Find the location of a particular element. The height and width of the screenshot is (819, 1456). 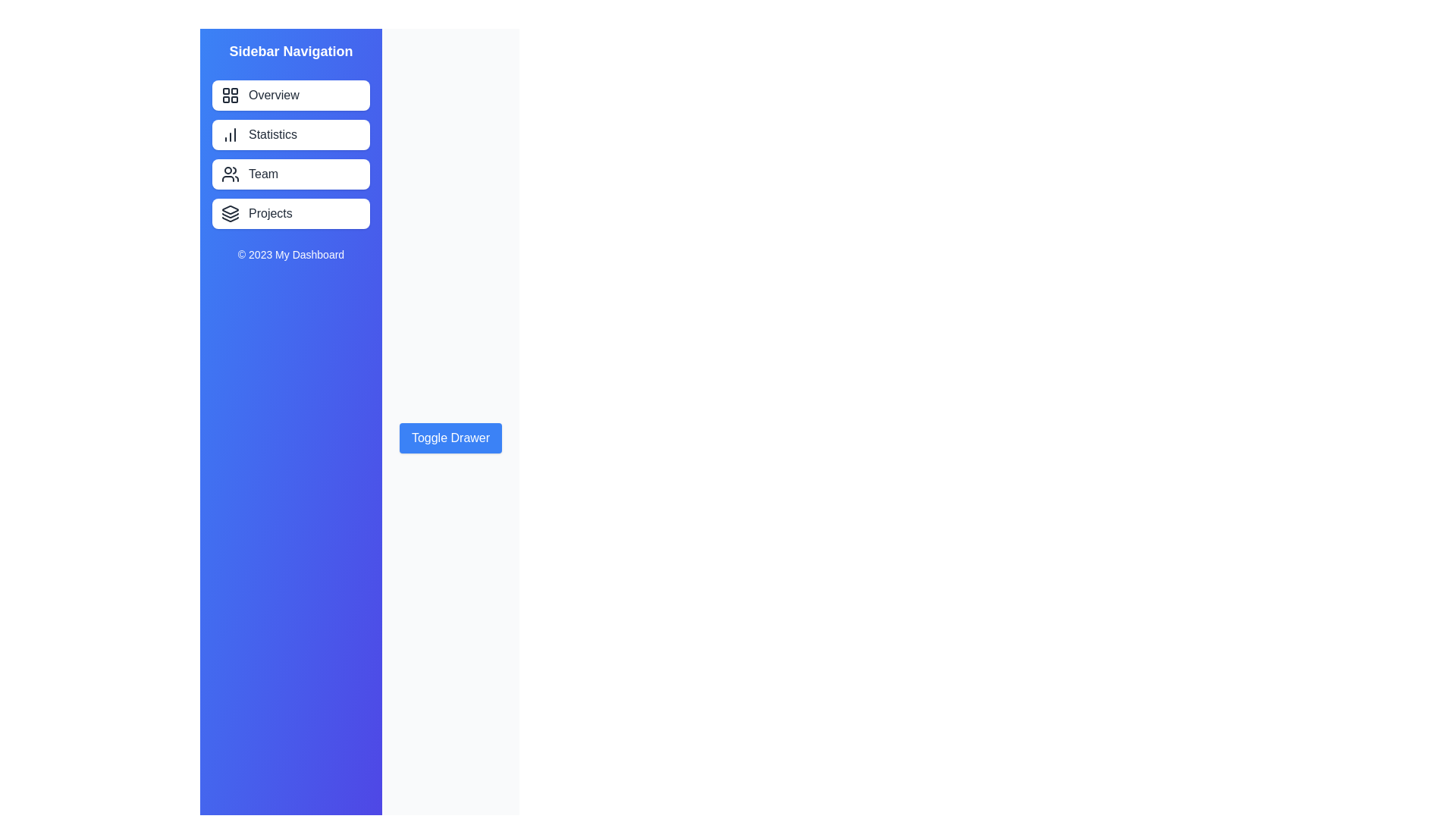

the sidebar menu item labeled Team is located at coordinates (291, 174).